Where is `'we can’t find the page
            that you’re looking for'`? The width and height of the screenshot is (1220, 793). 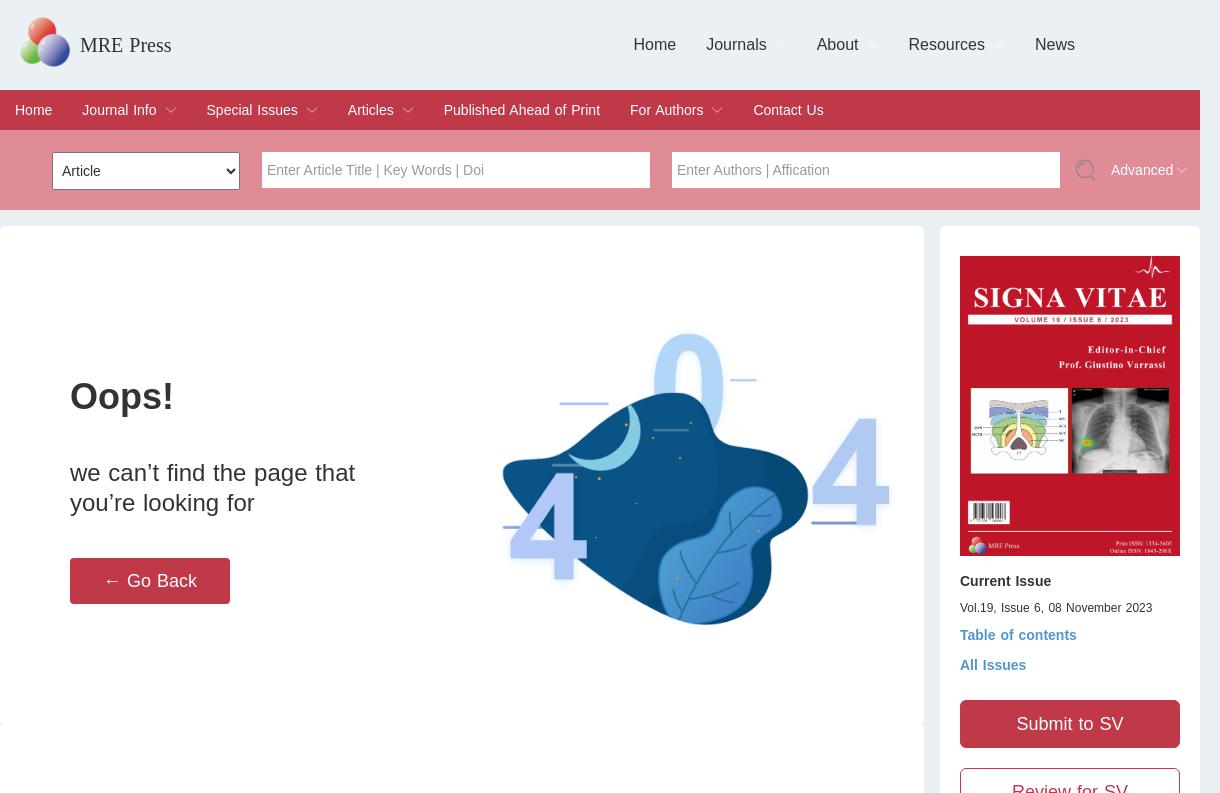 'we can’t find the page
            that you’re looking for' is located at coordinates (212, 487).